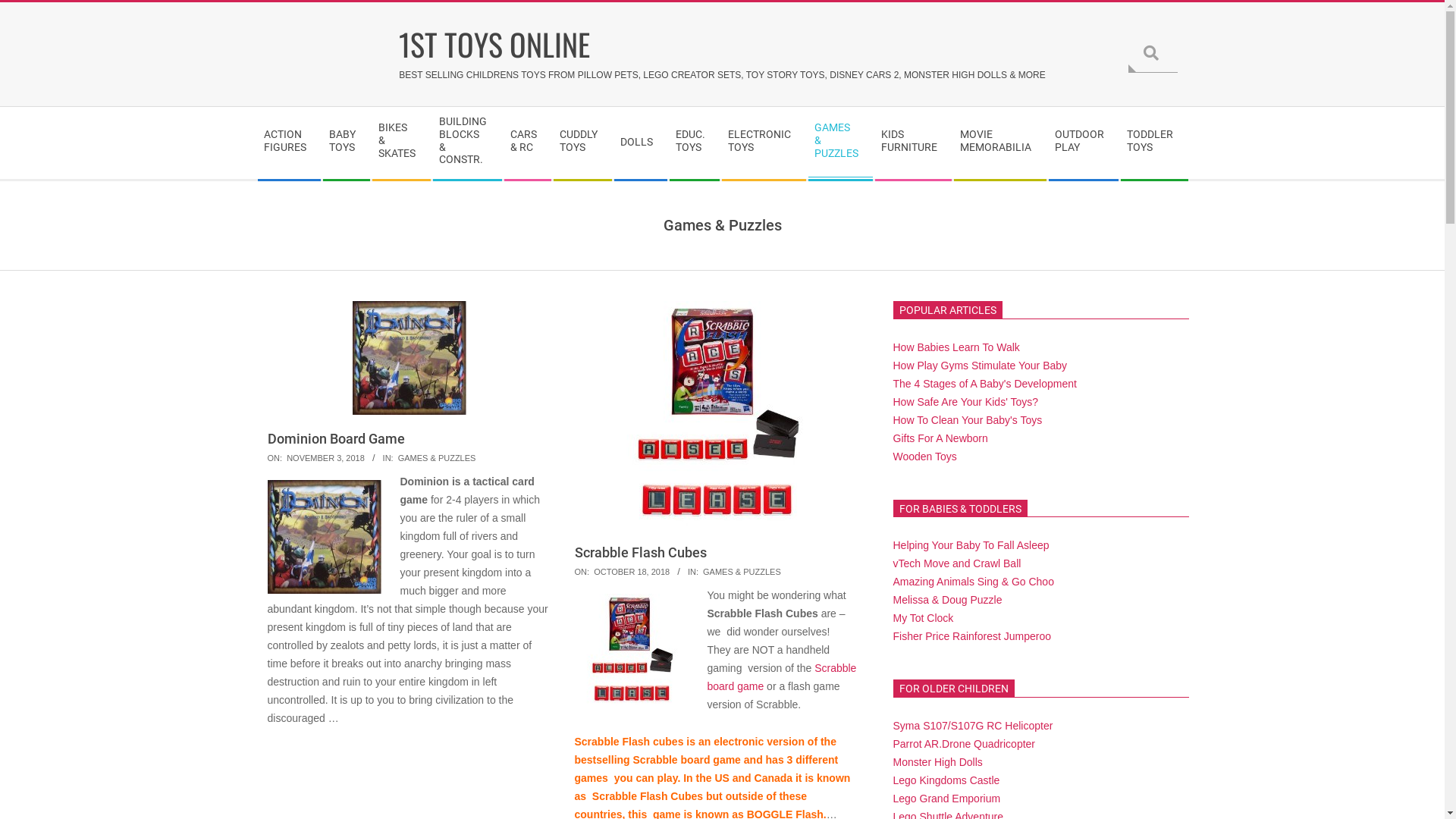 The height and width of the screenshot is (819, 1456). I want to click on 'Scrabble Flash Cubes', so click(640, 552).